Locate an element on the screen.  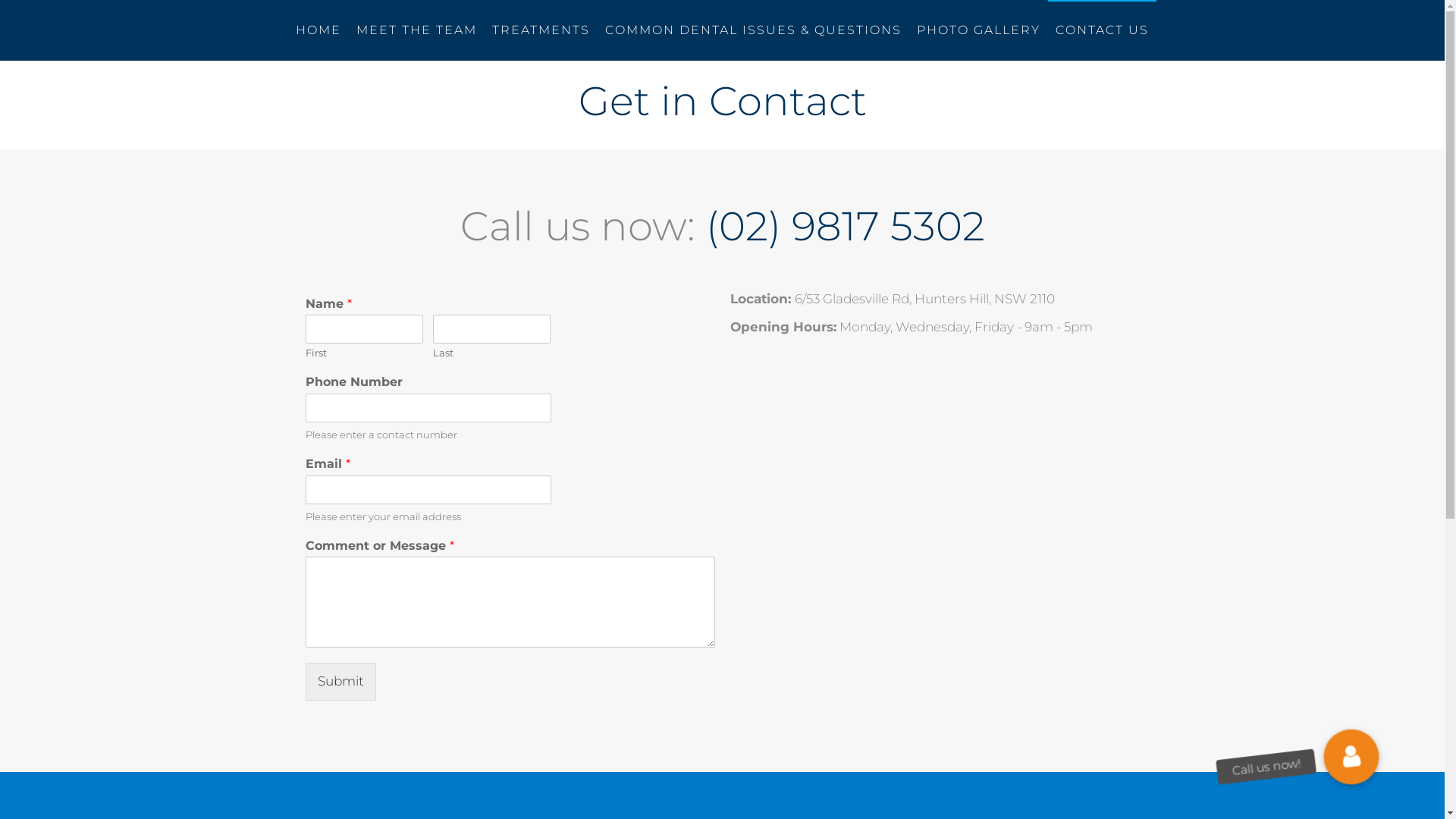
'HOME' is located at coordinates (318, 30).